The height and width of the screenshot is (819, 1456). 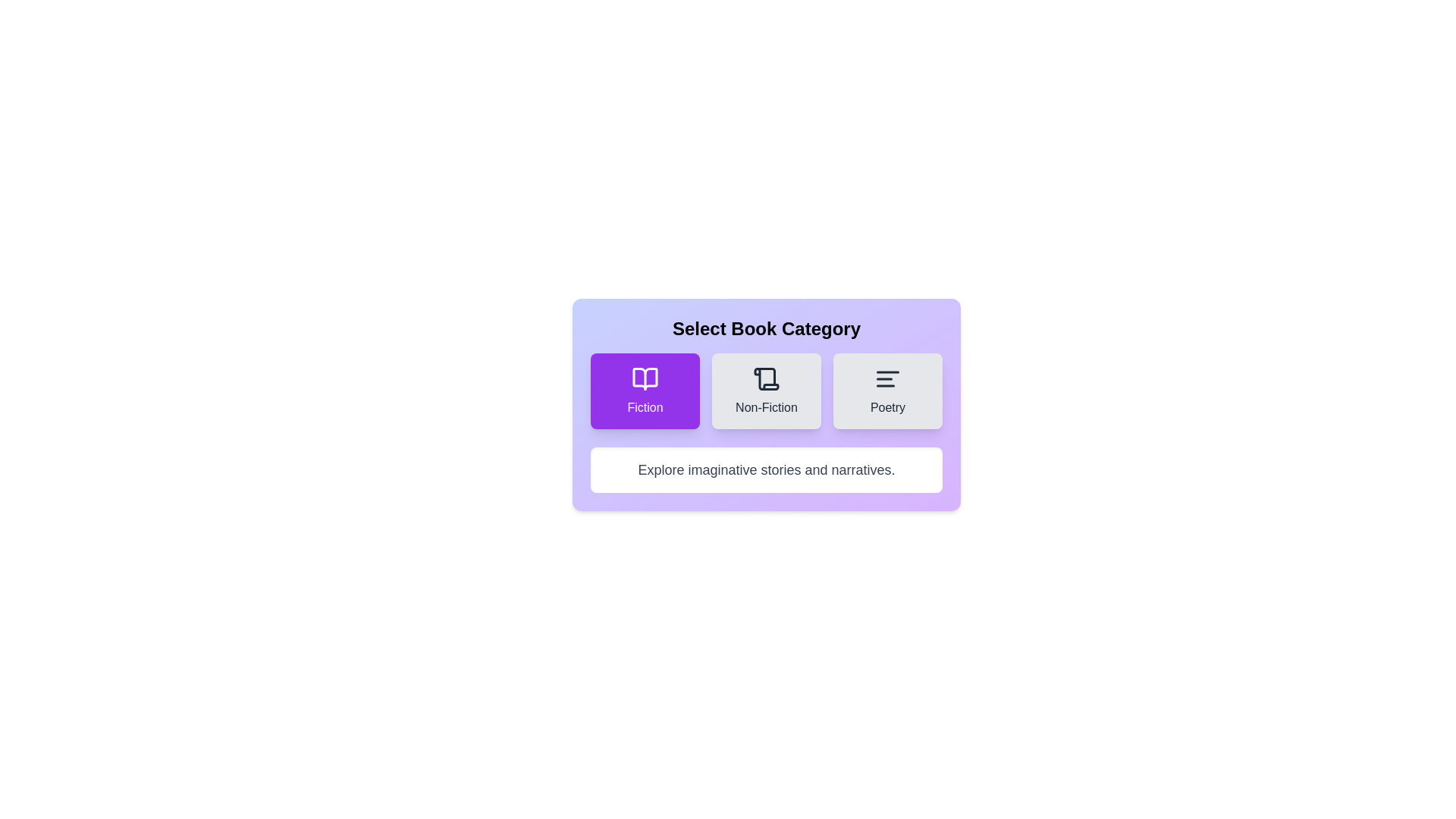 I want to click on the 'Non-Fiction' category button to select it, so click(x=767, y=391).